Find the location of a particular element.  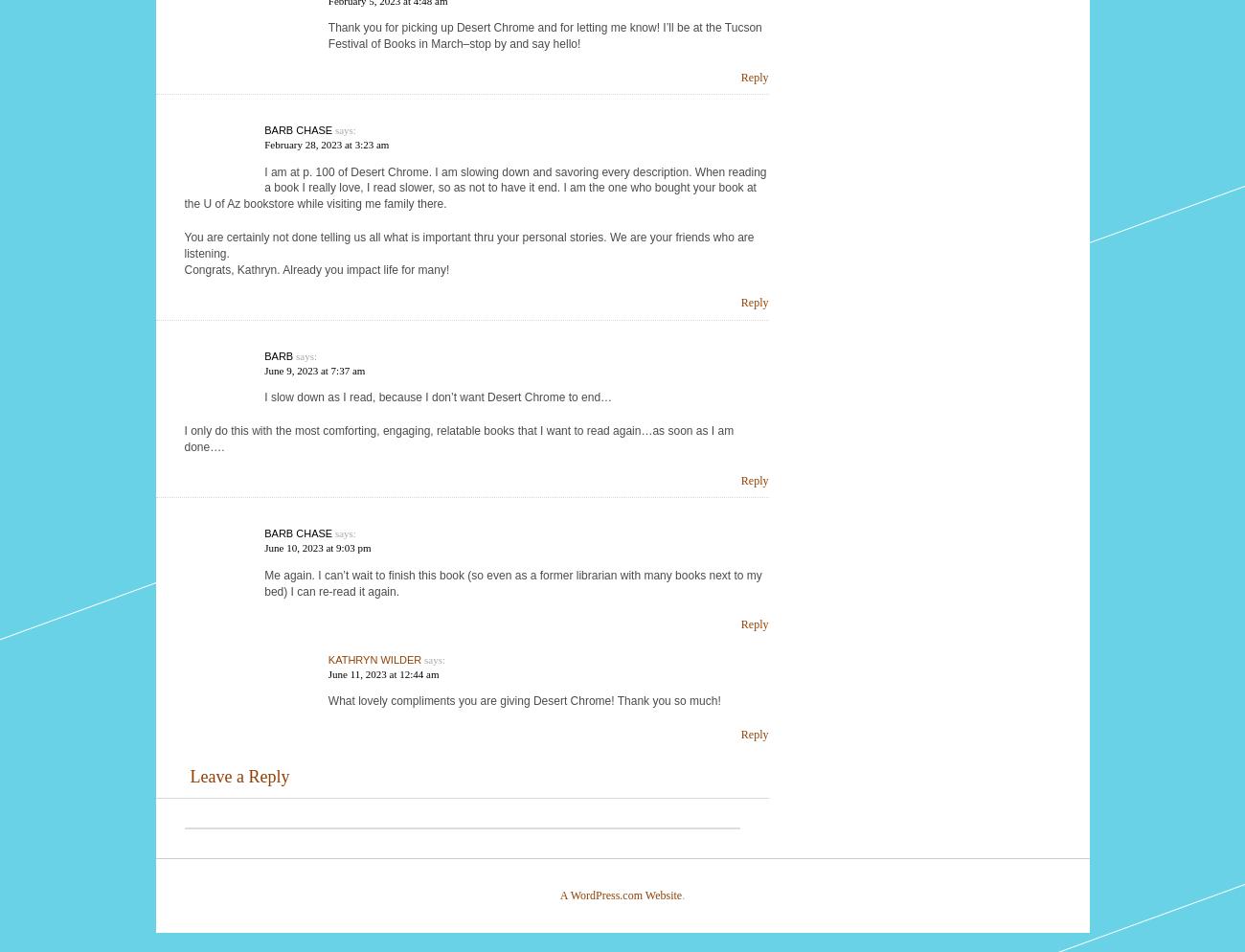

'Thank you for picking up Desert Chrome and for letting me know! I’ll be at the Tucson Festival of Books in March–stop by and say hello!' is located at coordinates (543, 34).